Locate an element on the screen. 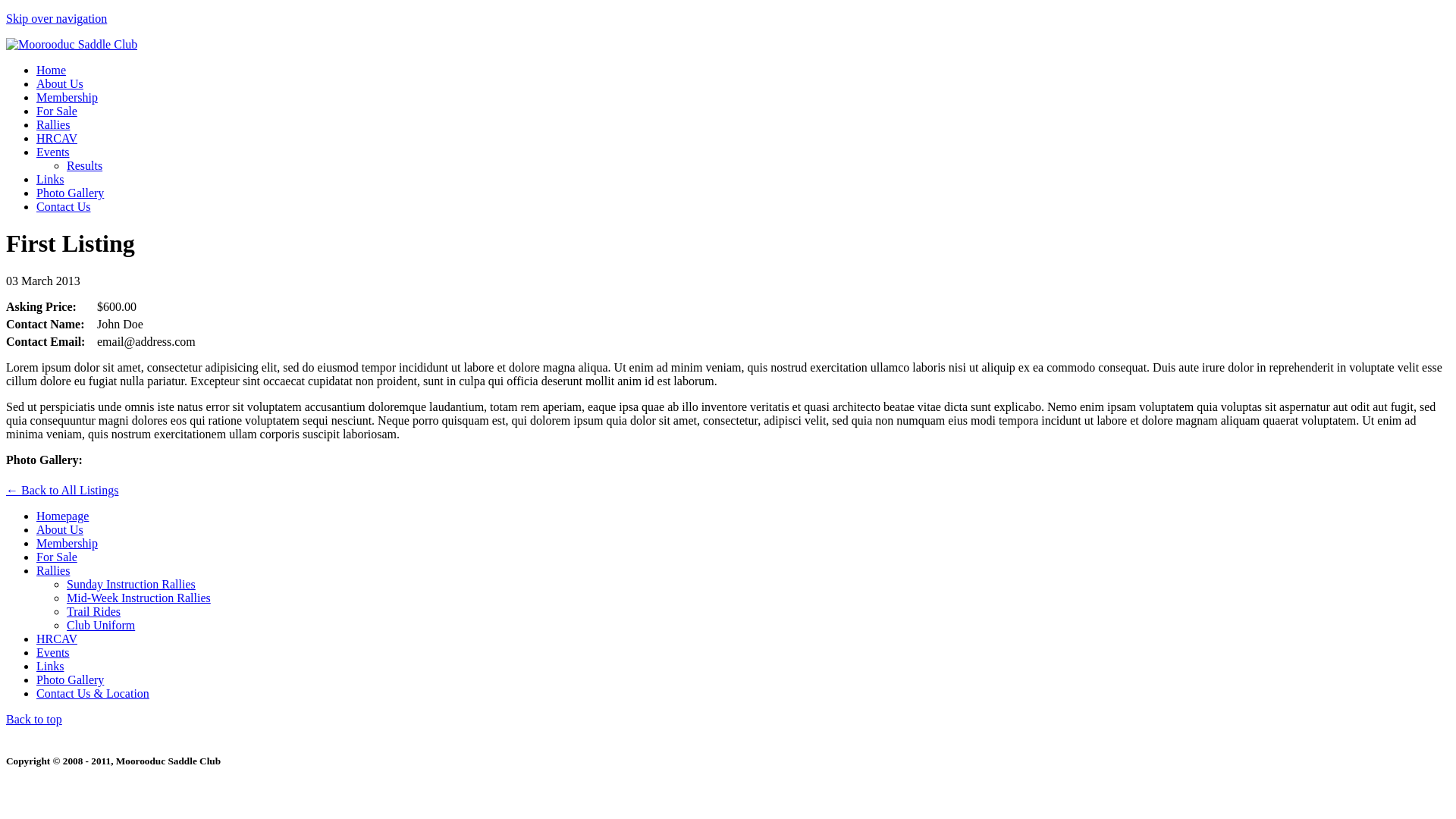  'For Sale' is located at coordinates (57, 557).